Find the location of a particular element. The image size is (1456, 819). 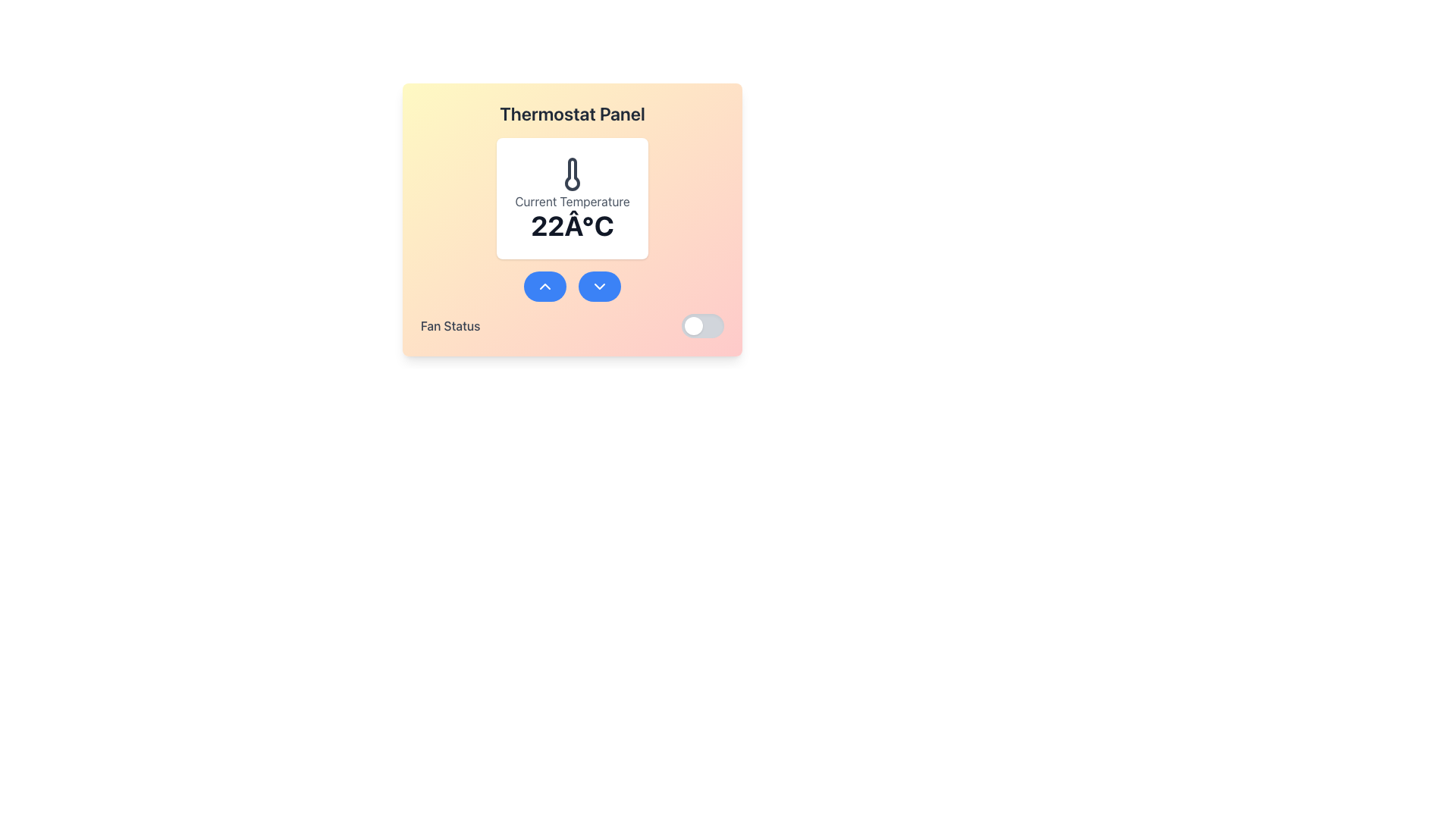

the upward chevron icon located within the blue button of the Thermostat Panel is located at coordinates (545, 287).